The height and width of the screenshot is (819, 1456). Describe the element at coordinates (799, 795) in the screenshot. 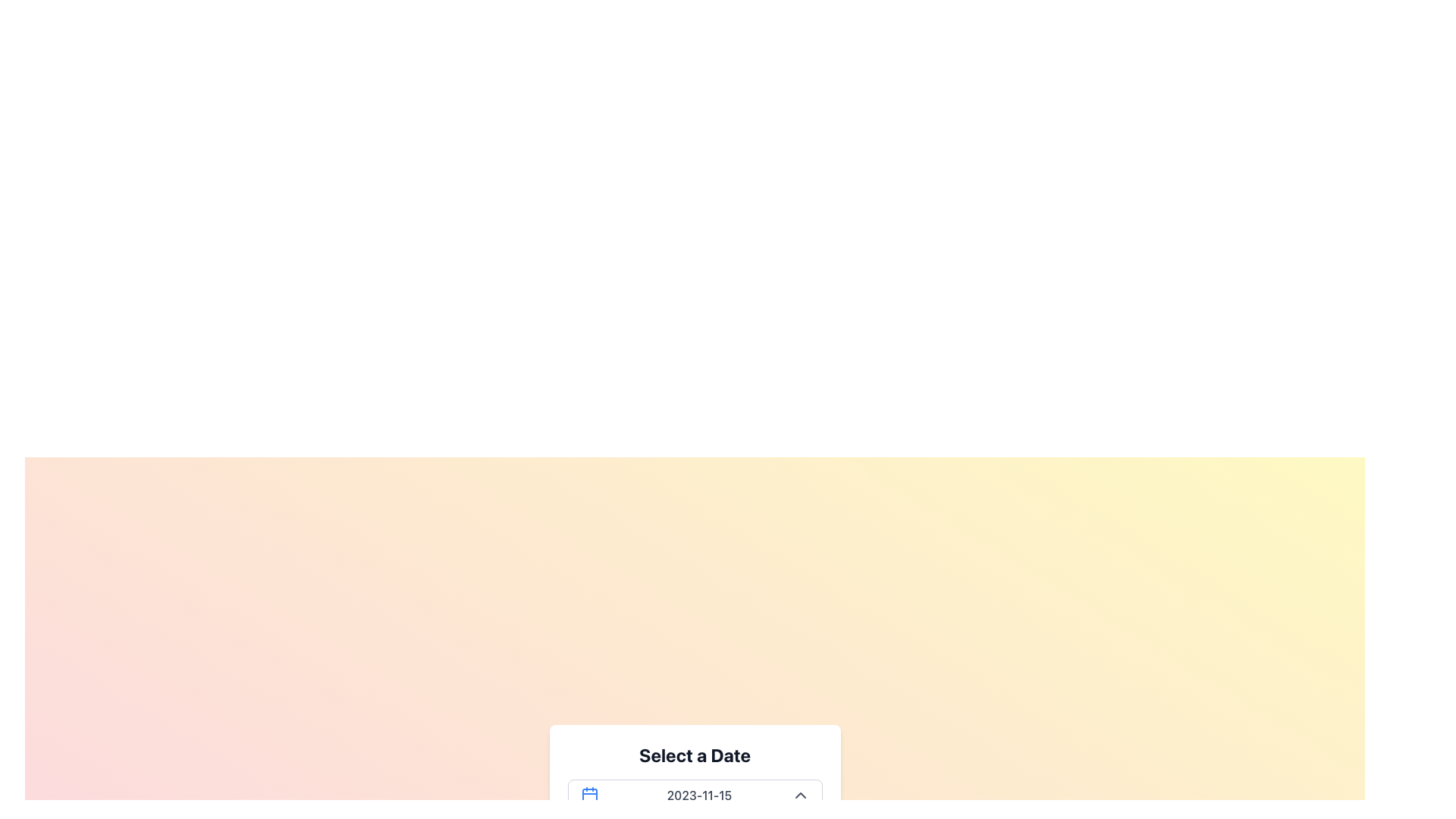

I see `the small upward-pointing chevron icon located to the right of the displayed date text in the date selection interface` at that location.